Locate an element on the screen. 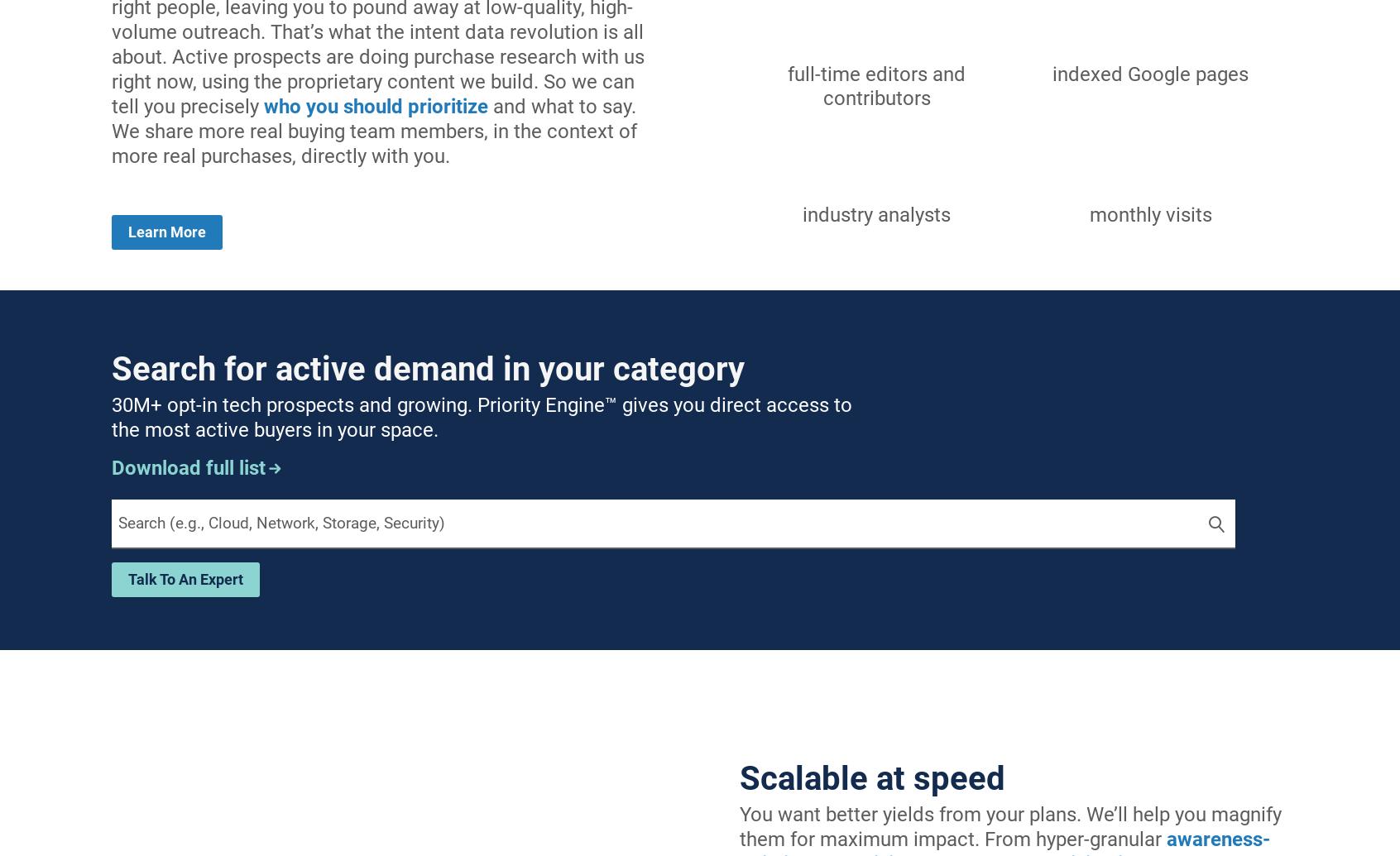 The image size is (1400, 856). 'and what to say. We share more real buying team members, in the context of more real purchases, directly with you.' is located at coordinates (373, 131).